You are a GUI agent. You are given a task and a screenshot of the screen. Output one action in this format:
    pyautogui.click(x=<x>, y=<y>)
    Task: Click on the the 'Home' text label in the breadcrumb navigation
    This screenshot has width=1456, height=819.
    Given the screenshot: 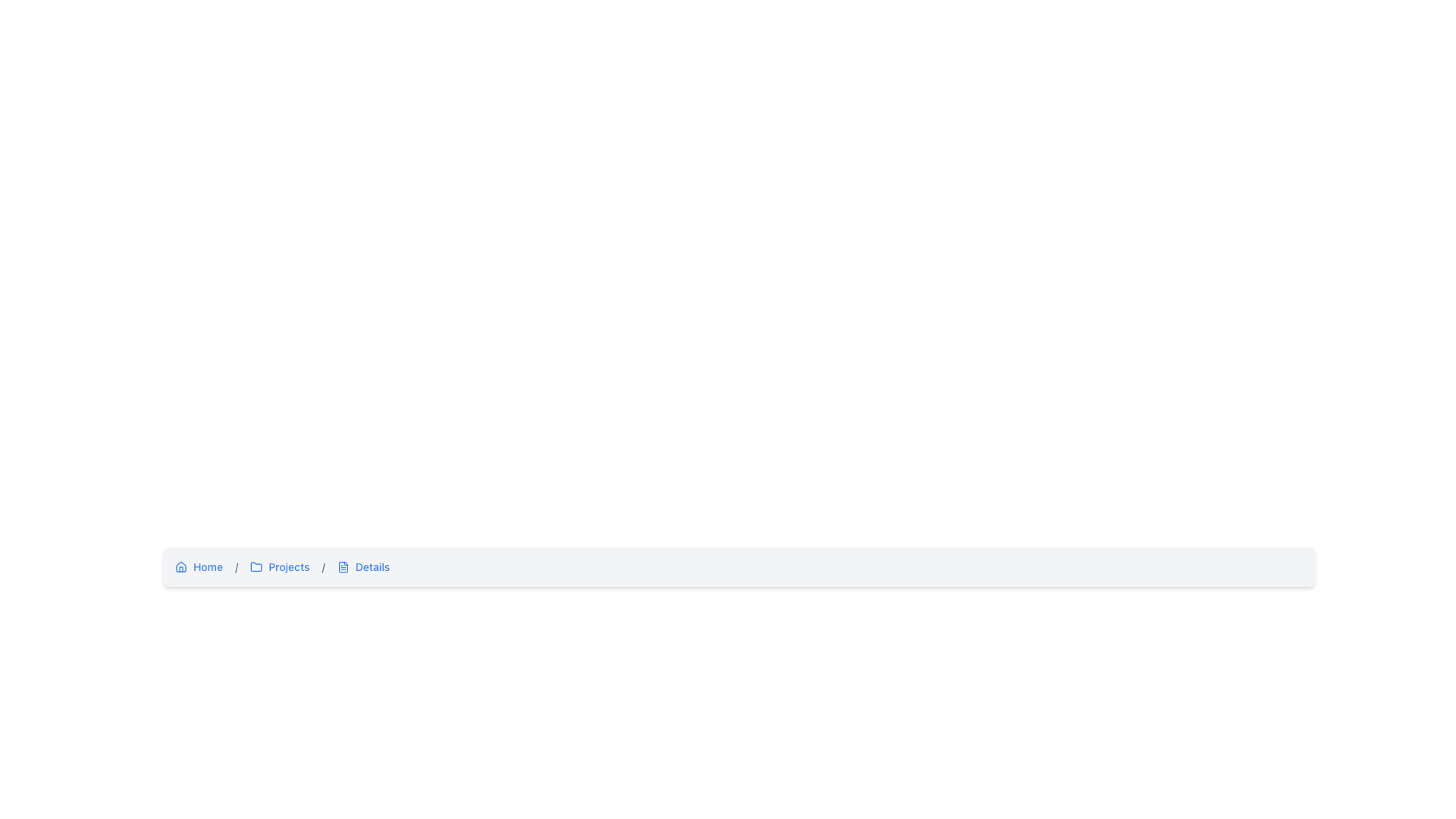 What is the action you would take?
    pyautogui.click(x=207, y=567)
    